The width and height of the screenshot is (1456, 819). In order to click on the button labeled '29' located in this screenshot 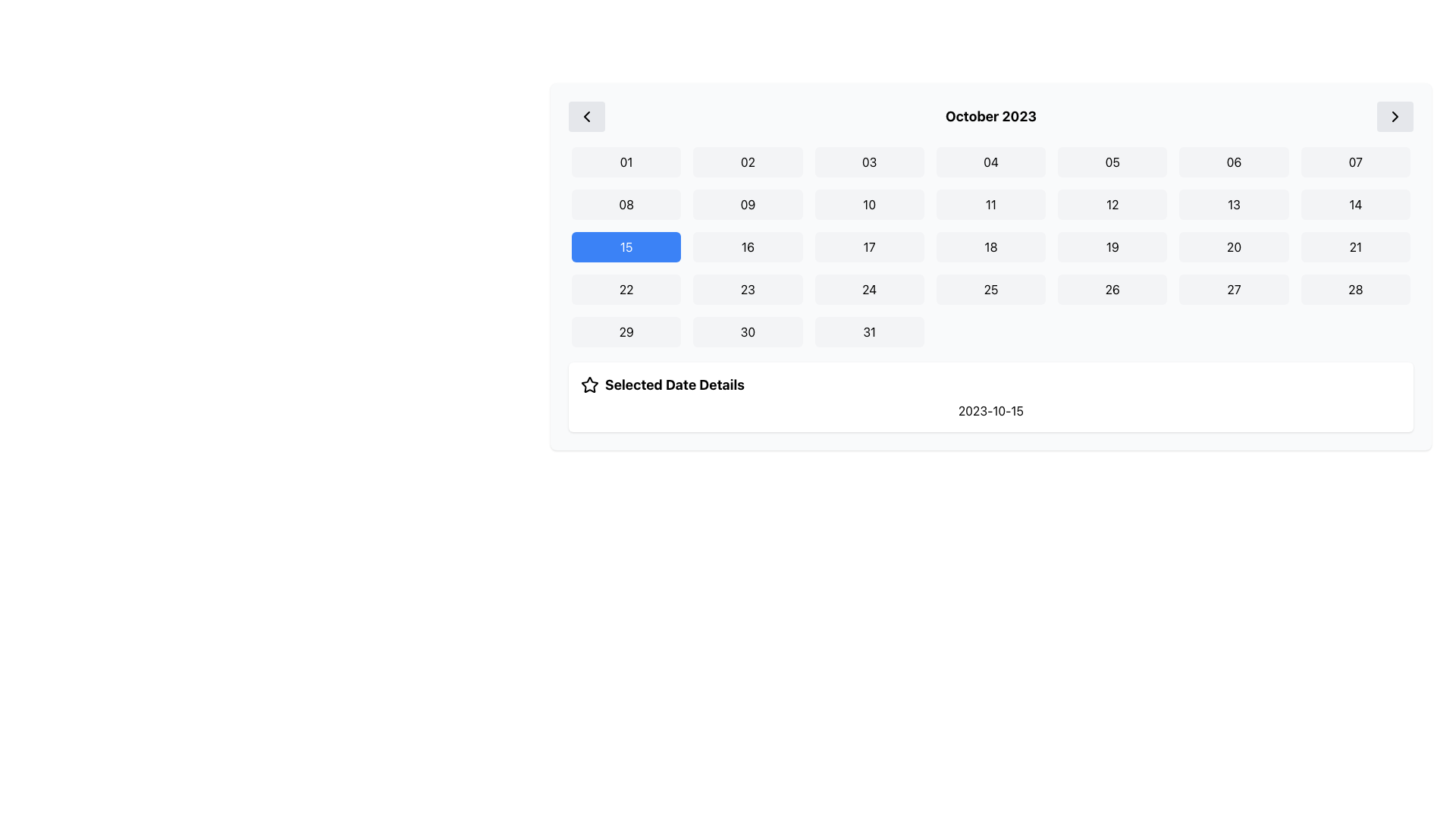, I will do `click(626, 331)`.